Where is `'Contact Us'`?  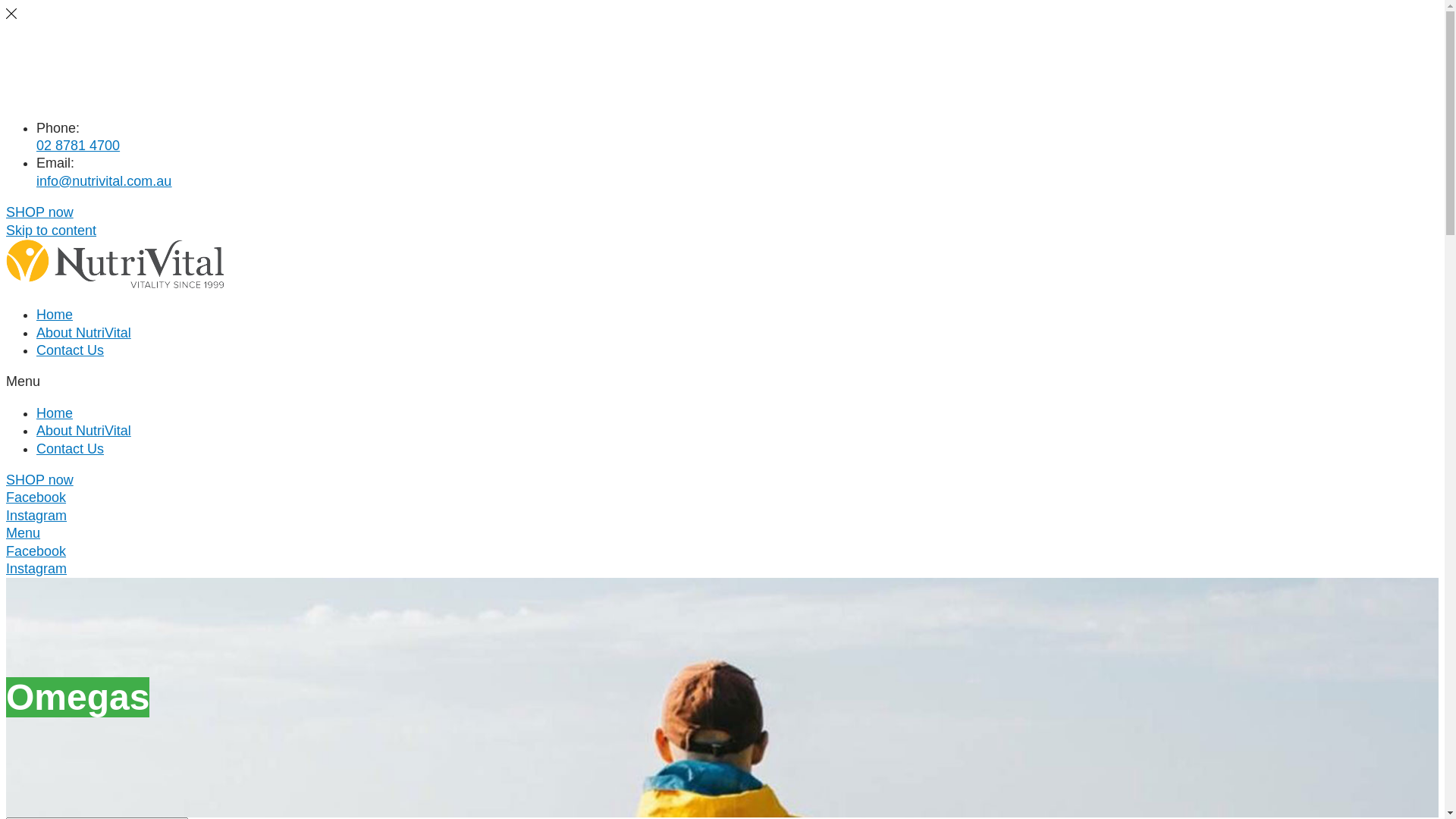
'Contact Us' is located at coordinates (69, 96).